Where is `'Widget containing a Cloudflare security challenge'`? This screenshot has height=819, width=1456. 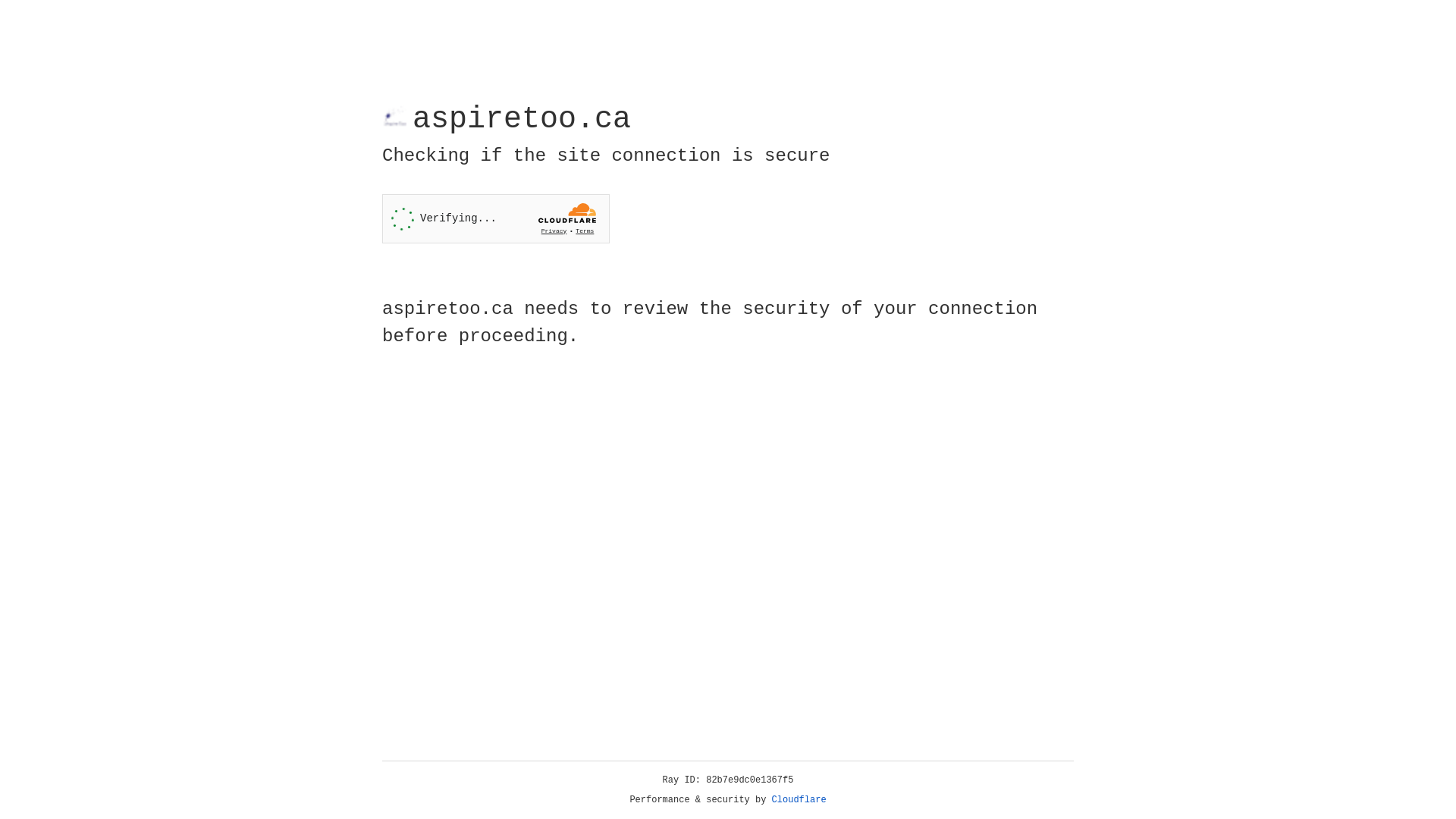 'Widget containing a Cloudflare security challenge' is located at coordinates (495, 218).